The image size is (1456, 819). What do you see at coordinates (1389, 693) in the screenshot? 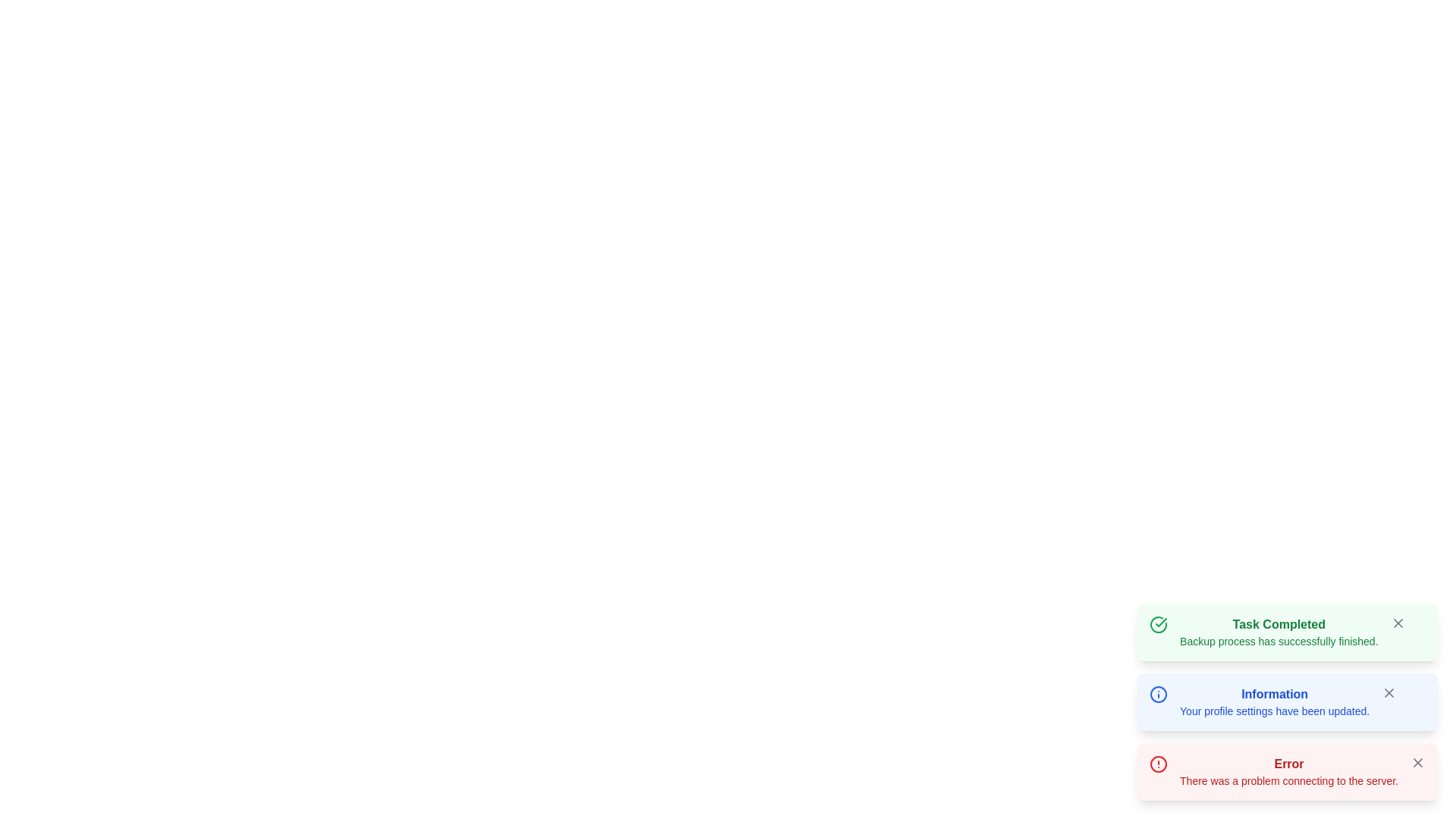
I see `the small gray cross (X) button located in the top-right corner of the blue notification box labeled 'Information'` at bounding box center [1389, 693].